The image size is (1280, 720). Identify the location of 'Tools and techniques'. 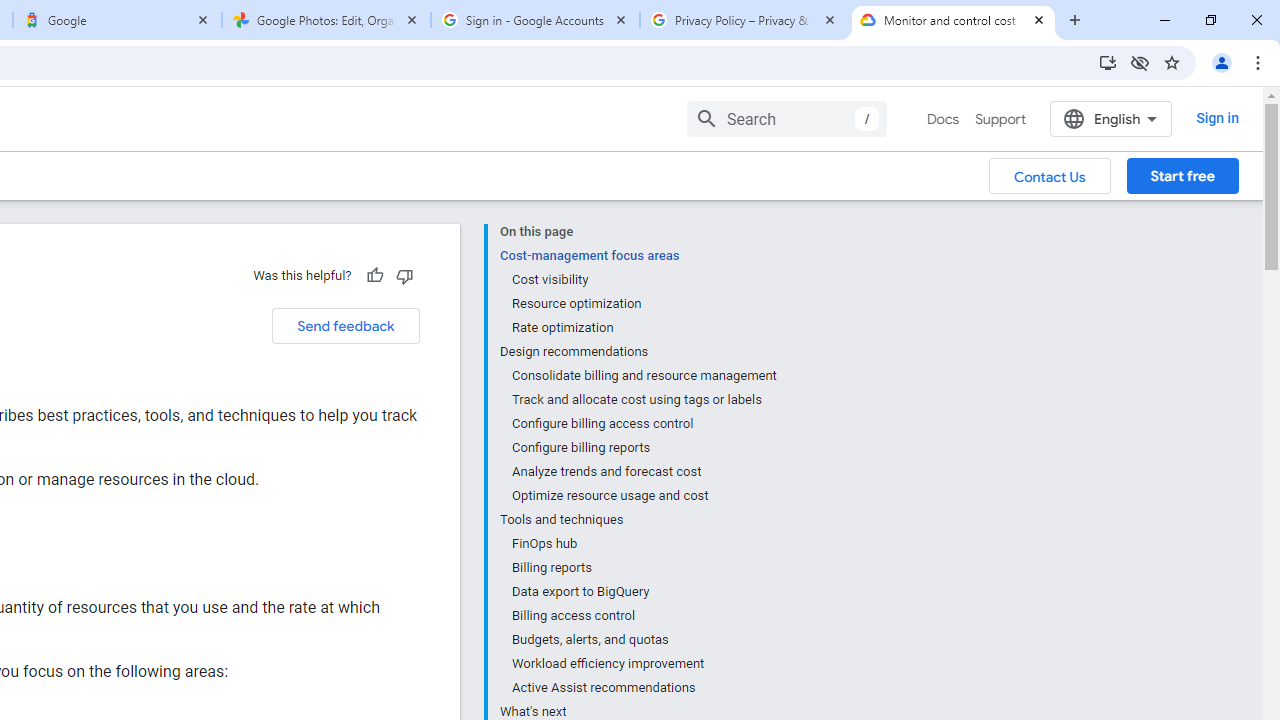
(637, 519).